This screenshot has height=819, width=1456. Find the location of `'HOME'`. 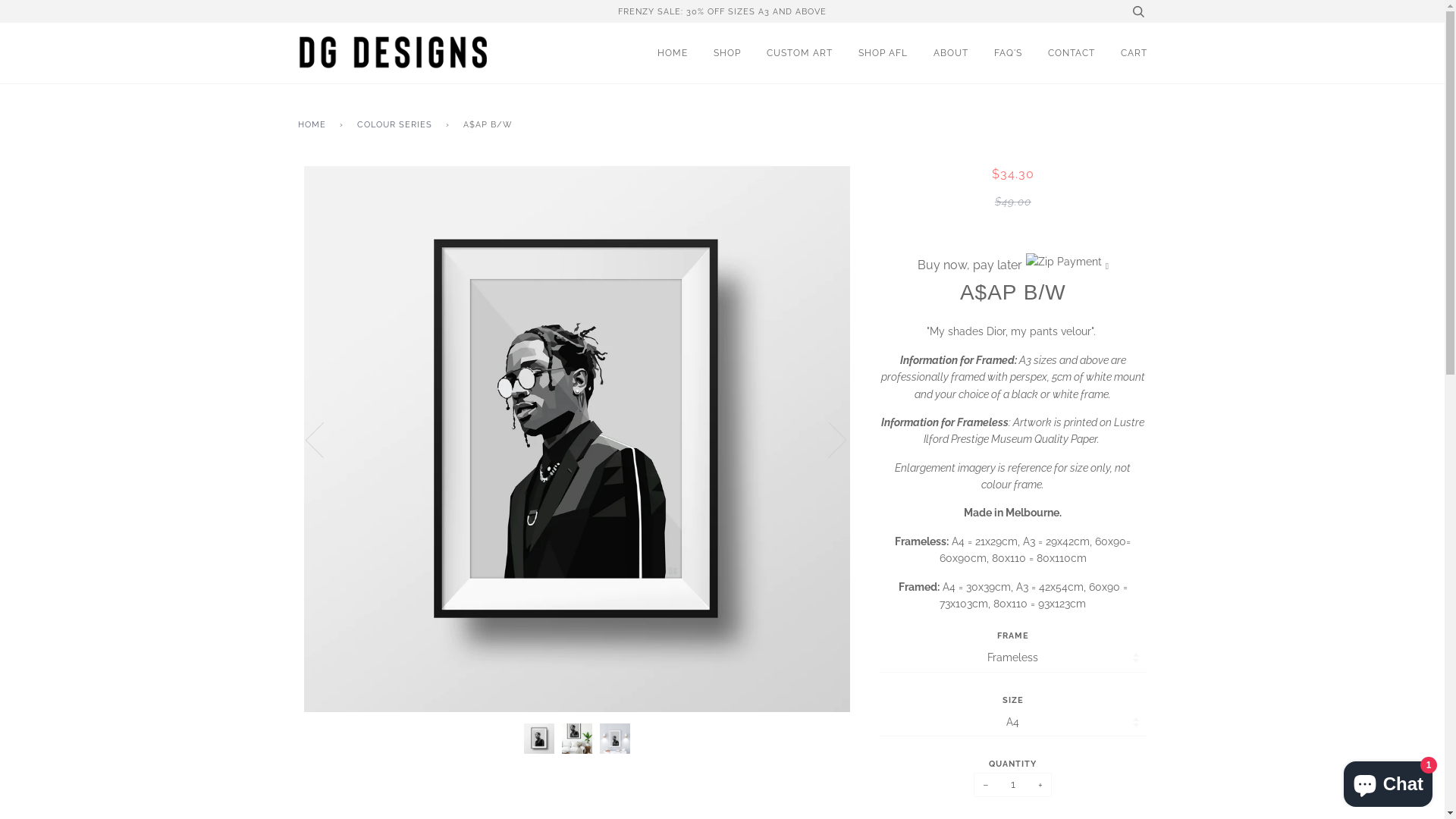

'HOME' is located at coordinates (312, 124).